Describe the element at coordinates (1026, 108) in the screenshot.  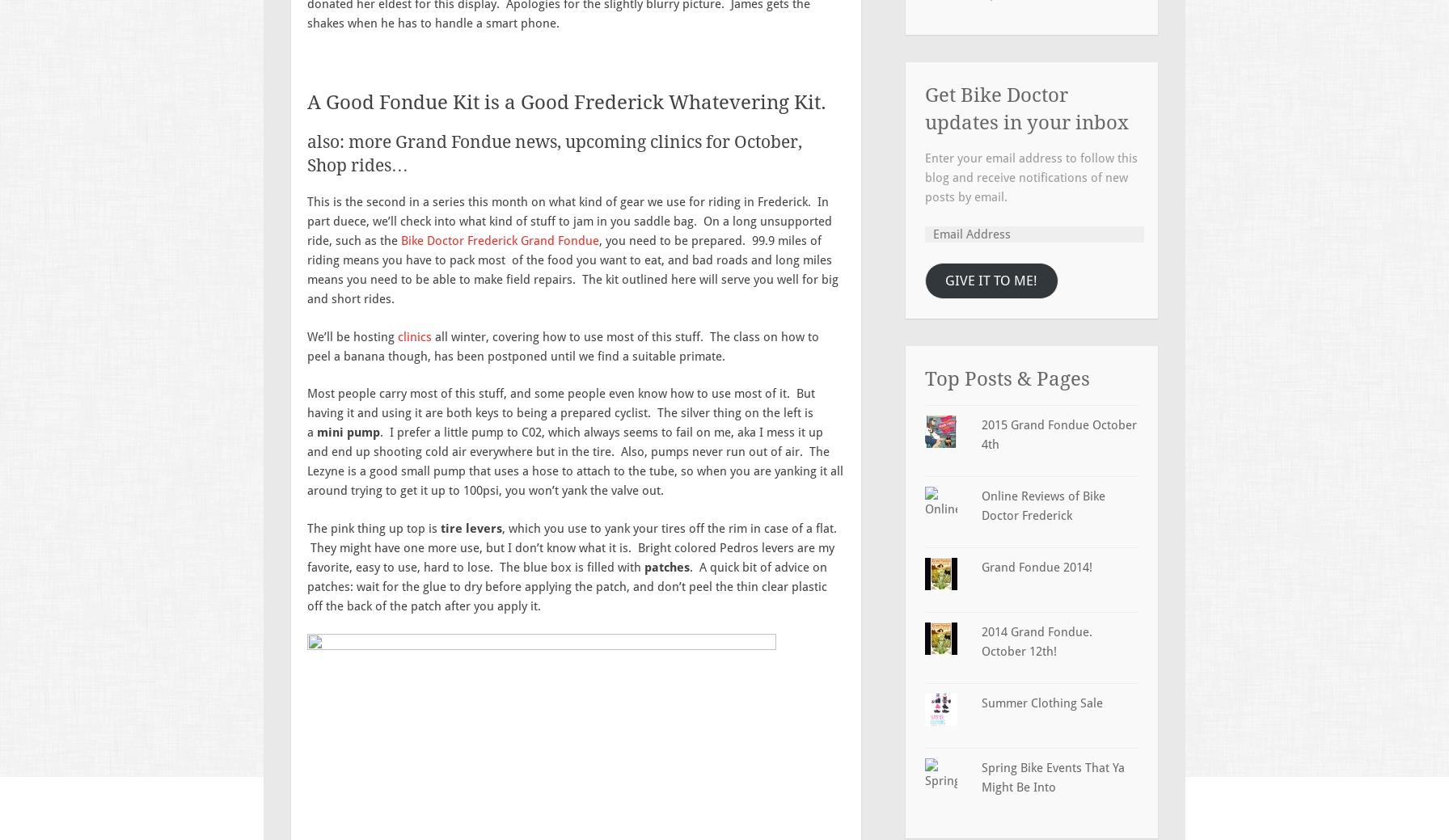
I see `'Get Bike Doctor updates in your inbox'` at that location.